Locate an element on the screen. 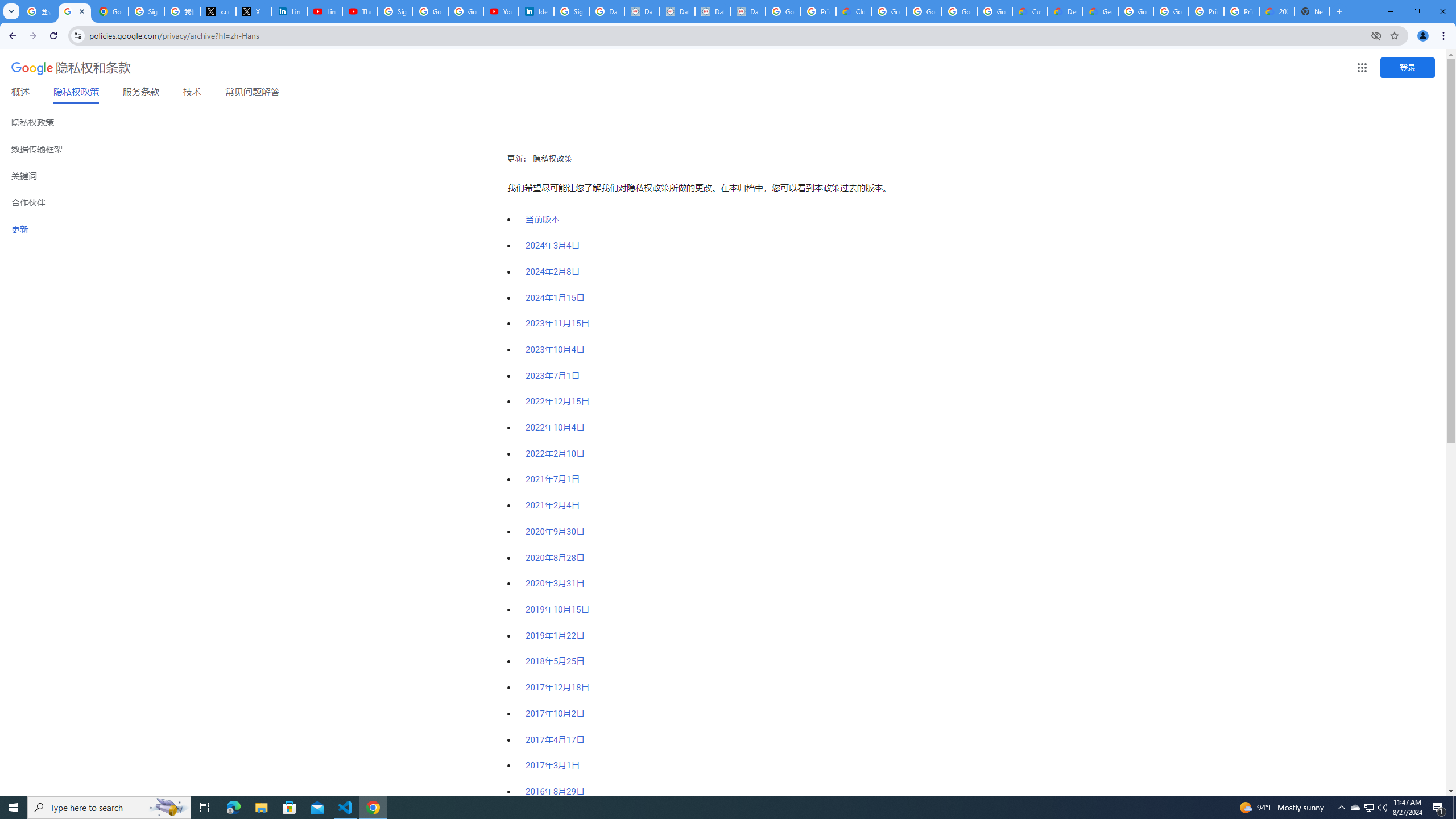  'LinkedIn Privacy Policy' is located at coordinates (288, 11).